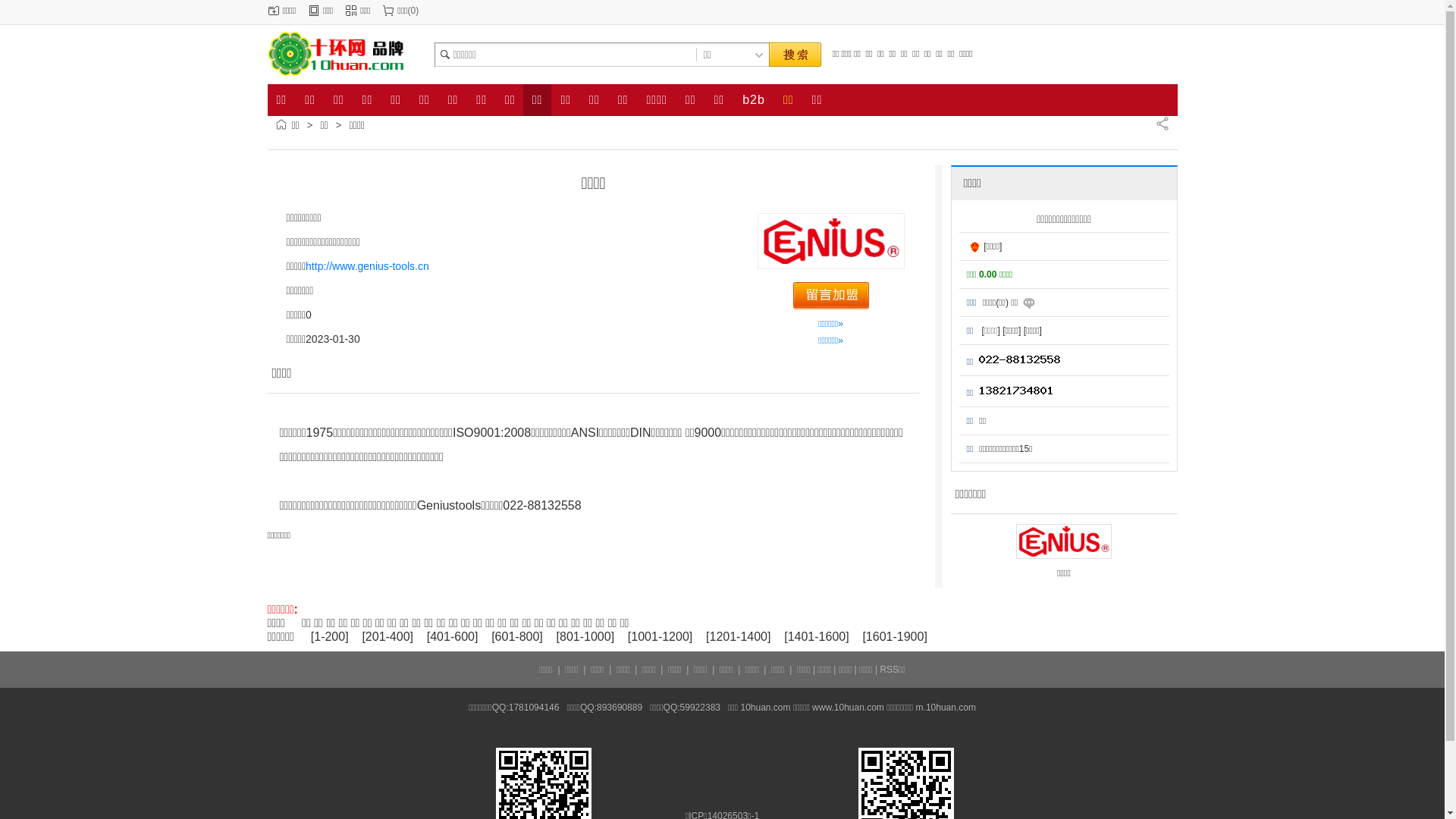  I want to click on '1-200', so click(328, 636).